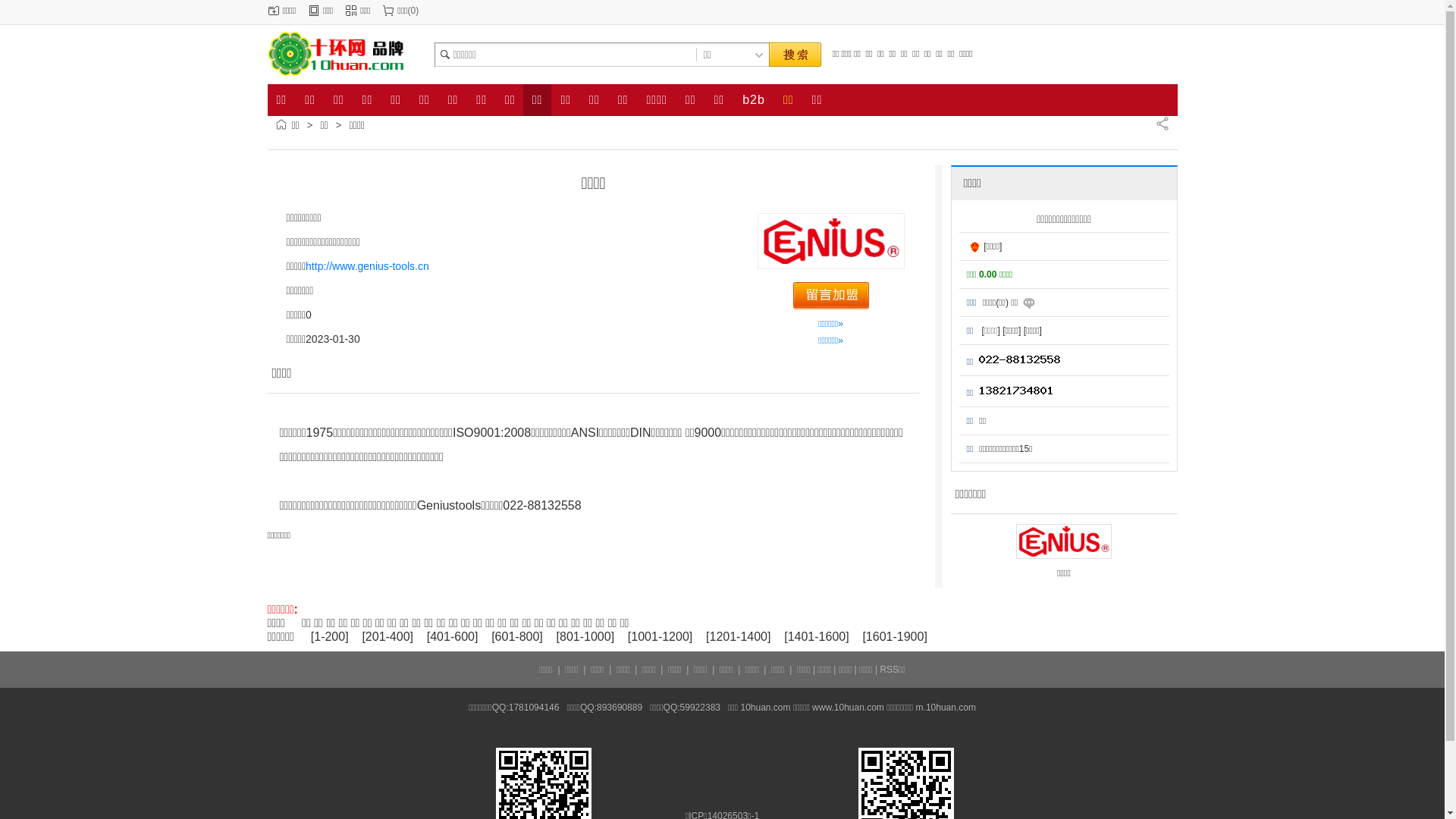  I want to click on '1-200', so click(328, 636).